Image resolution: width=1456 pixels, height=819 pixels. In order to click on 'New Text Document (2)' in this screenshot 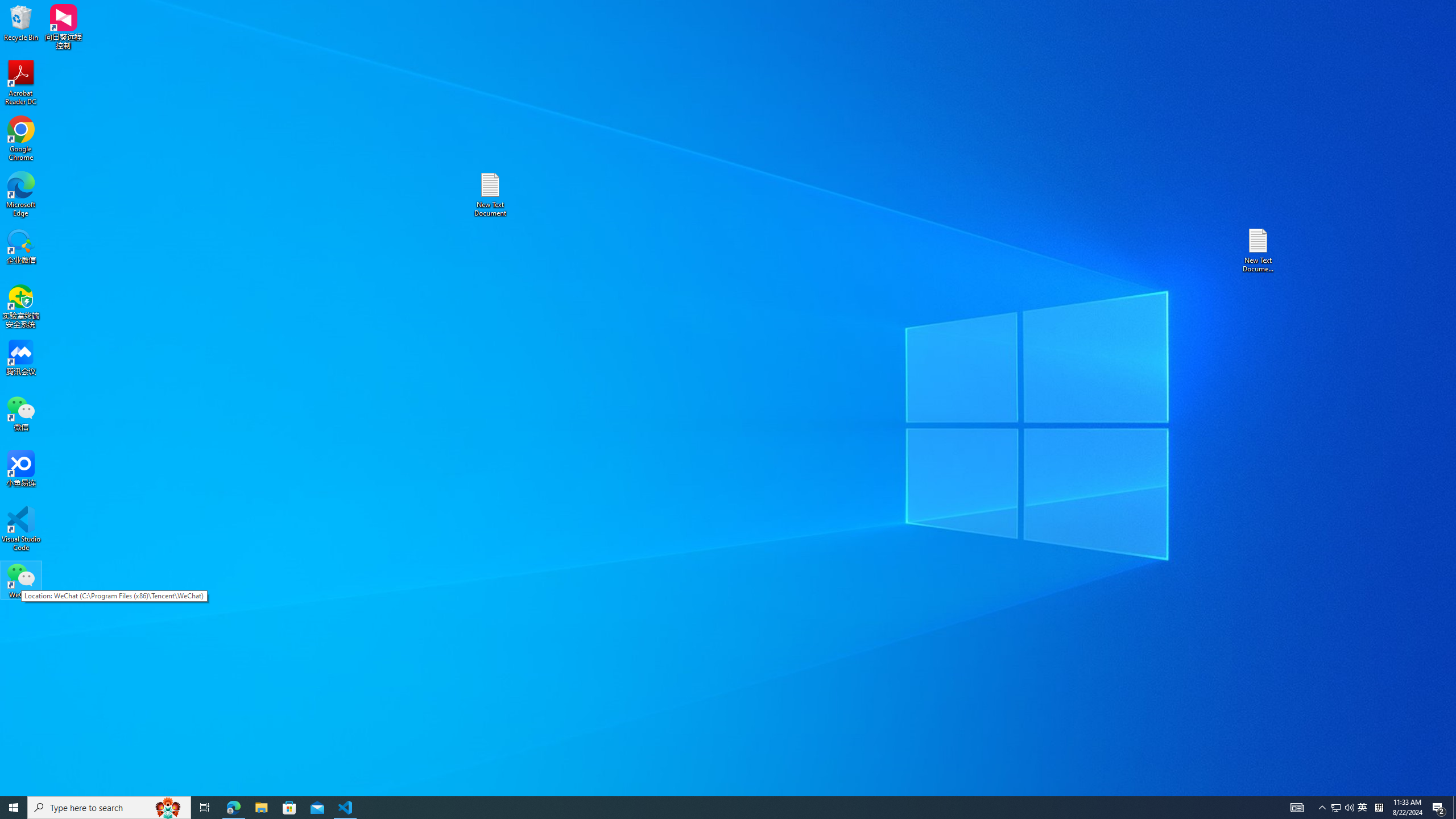, I will do `click(1259, 249)`.